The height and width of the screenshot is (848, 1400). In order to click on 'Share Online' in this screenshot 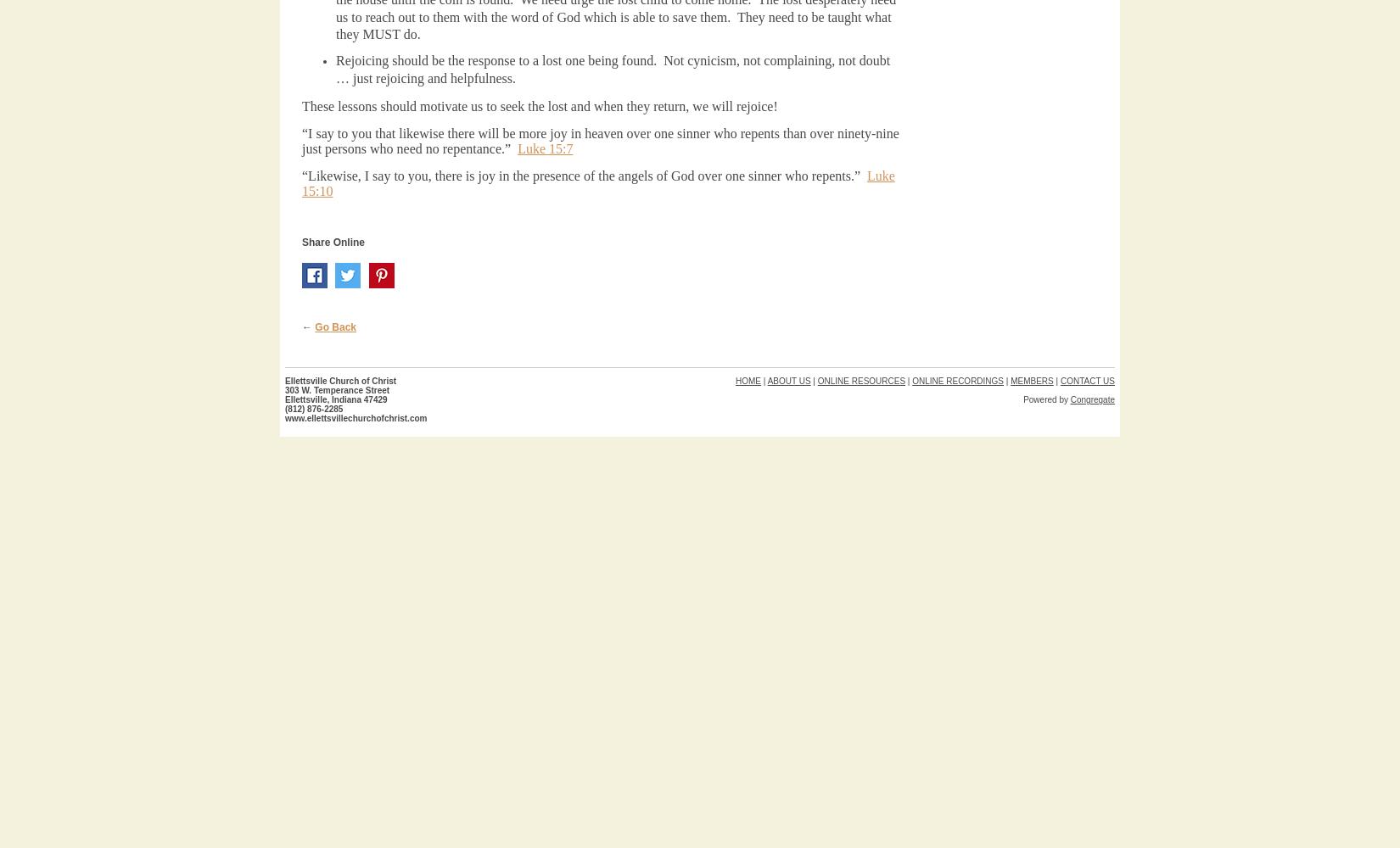, I will do `click(302, 243)`.